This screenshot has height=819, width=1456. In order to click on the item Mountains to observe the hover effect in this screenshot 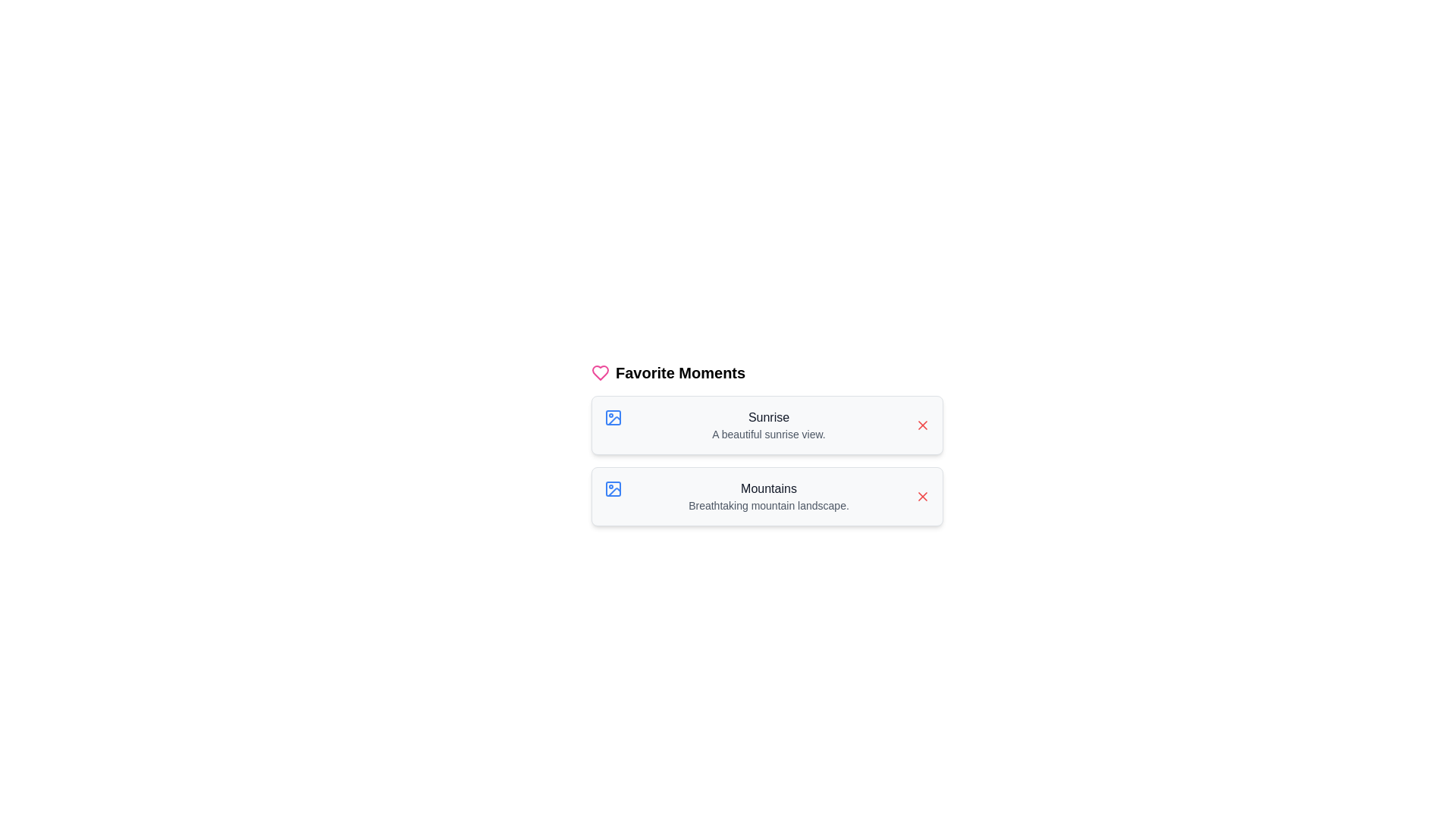, I will do `click(767, 497)`.